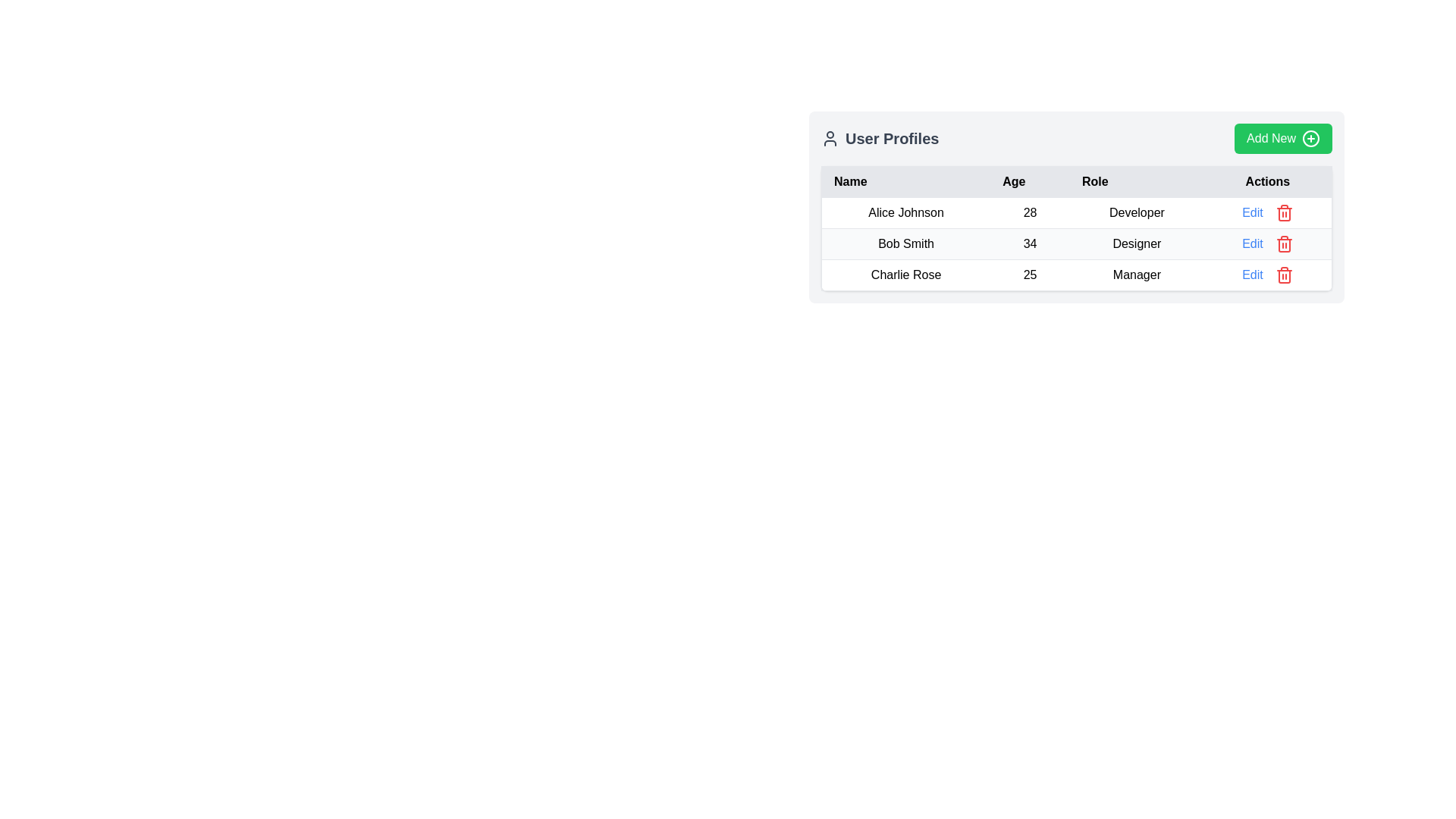  Describe the element at coordinates (1283, 243) in the screenshot. I see `the delete icon button located in the 'Actions' column of the second row in the table` at that location.